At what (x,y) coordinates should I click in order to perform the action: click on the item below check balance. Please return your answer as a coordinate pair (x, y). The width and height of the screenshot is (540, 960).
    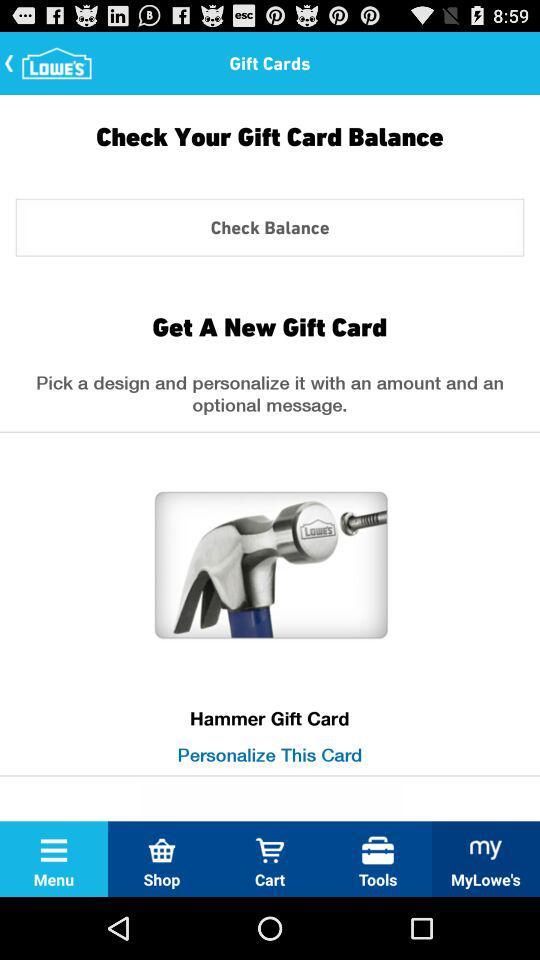
    Looking at the image, I should click on (269, 326).